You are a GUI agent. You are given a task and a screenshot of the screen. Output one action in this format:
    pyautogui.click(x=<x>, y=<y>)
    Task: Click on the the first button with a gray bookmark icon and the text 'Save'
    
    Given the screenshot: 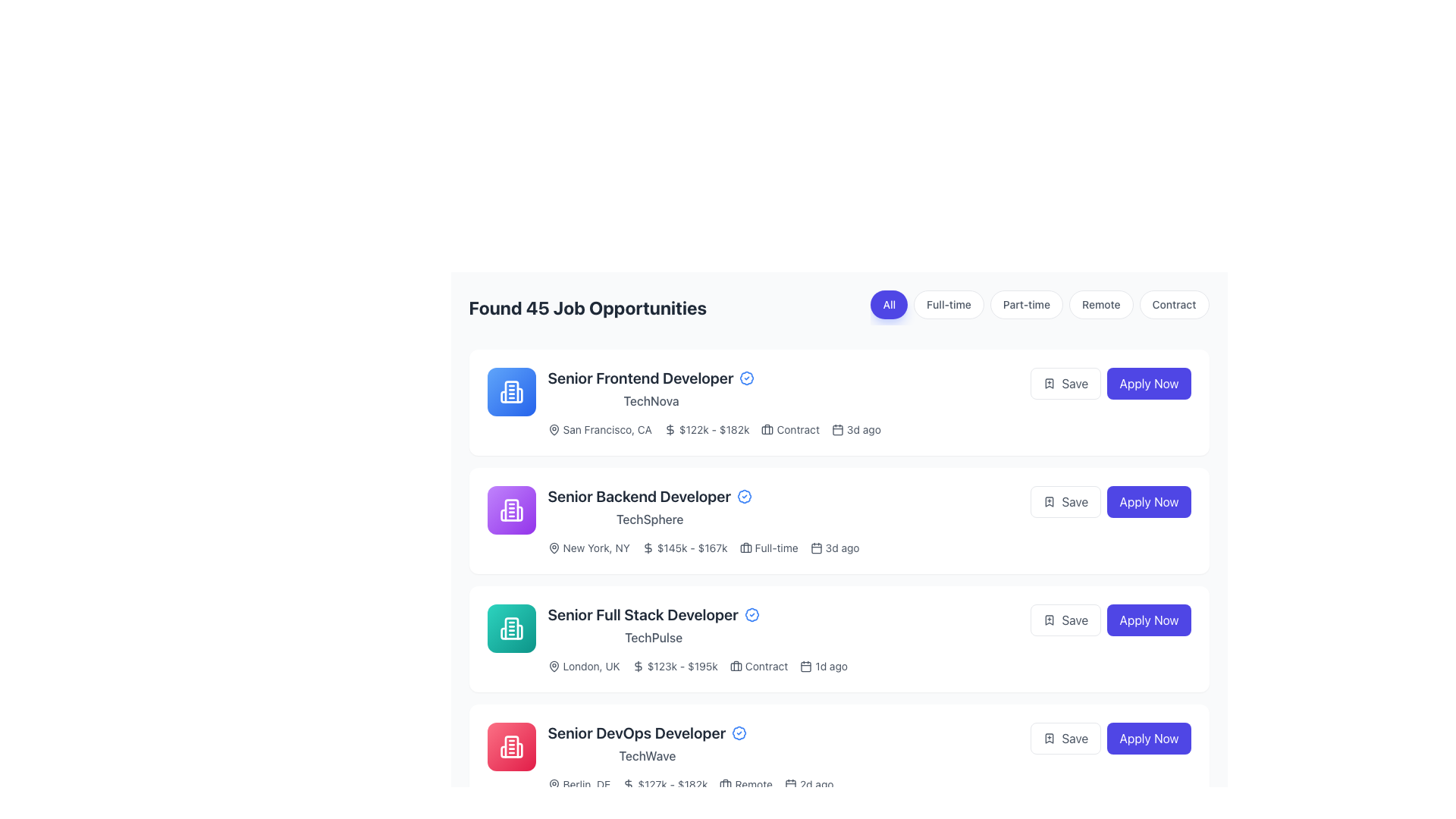 What is the action you would take?
    pyautogui.click(x=1065, y=382)
    